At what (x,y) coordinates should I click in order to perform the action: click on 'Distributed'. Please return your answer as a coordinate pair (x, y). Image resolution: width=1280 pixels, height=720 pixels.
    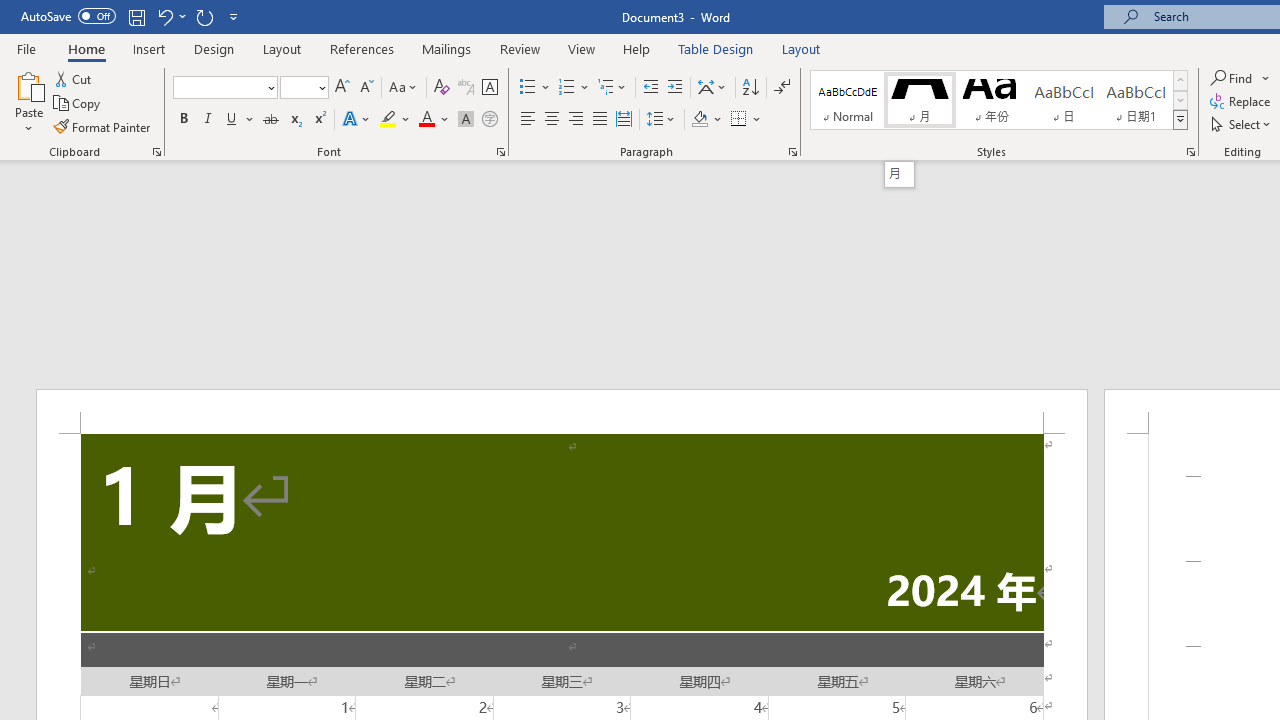
    Looking at the image, I should click on (623, 119).